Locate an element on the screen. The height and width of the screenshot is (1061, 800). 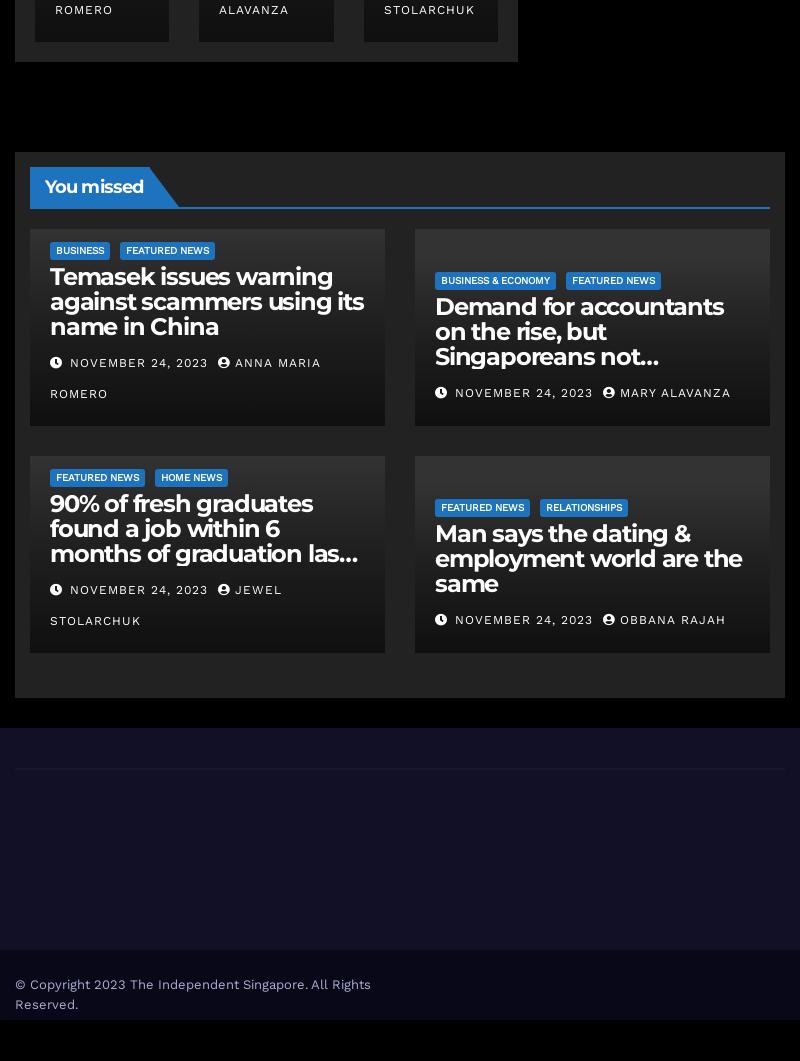
'Home News' is located at coordinates (161, 477).